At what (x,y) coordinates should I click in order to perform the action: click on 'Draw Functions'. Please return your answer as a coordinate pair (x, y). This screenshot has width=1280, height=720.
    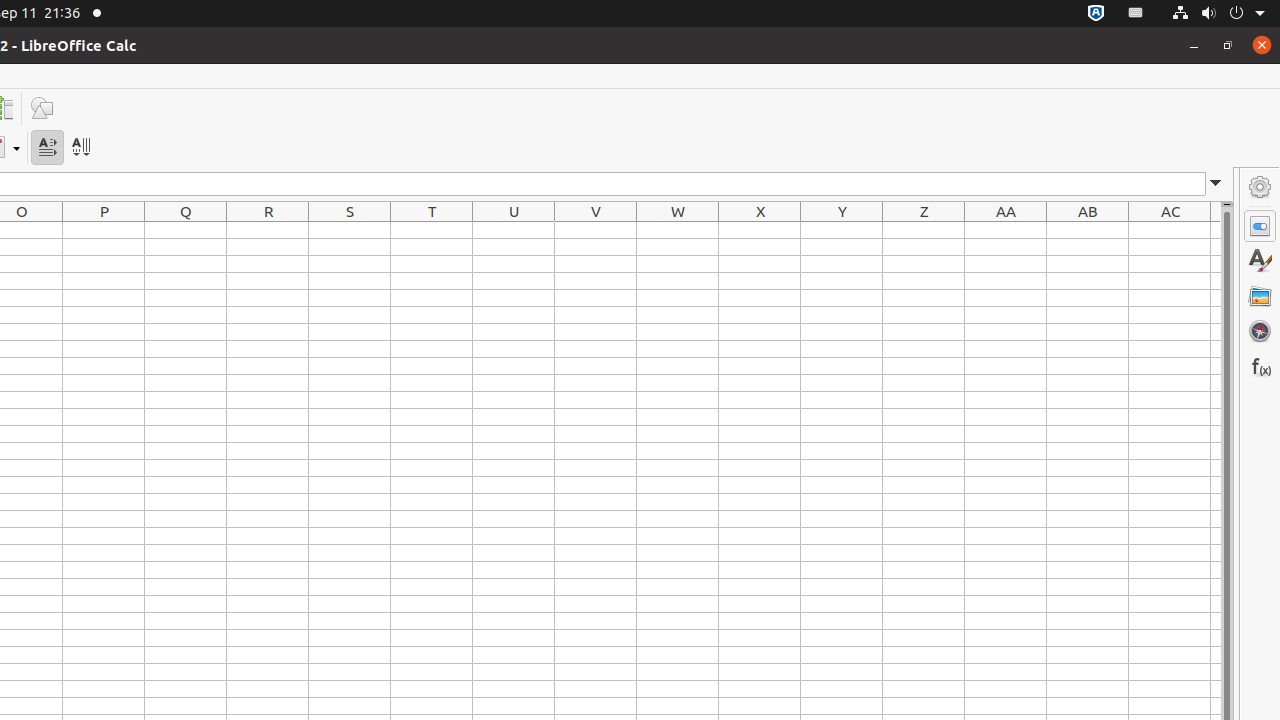
    Looking at the image, I should click on (41, 108).